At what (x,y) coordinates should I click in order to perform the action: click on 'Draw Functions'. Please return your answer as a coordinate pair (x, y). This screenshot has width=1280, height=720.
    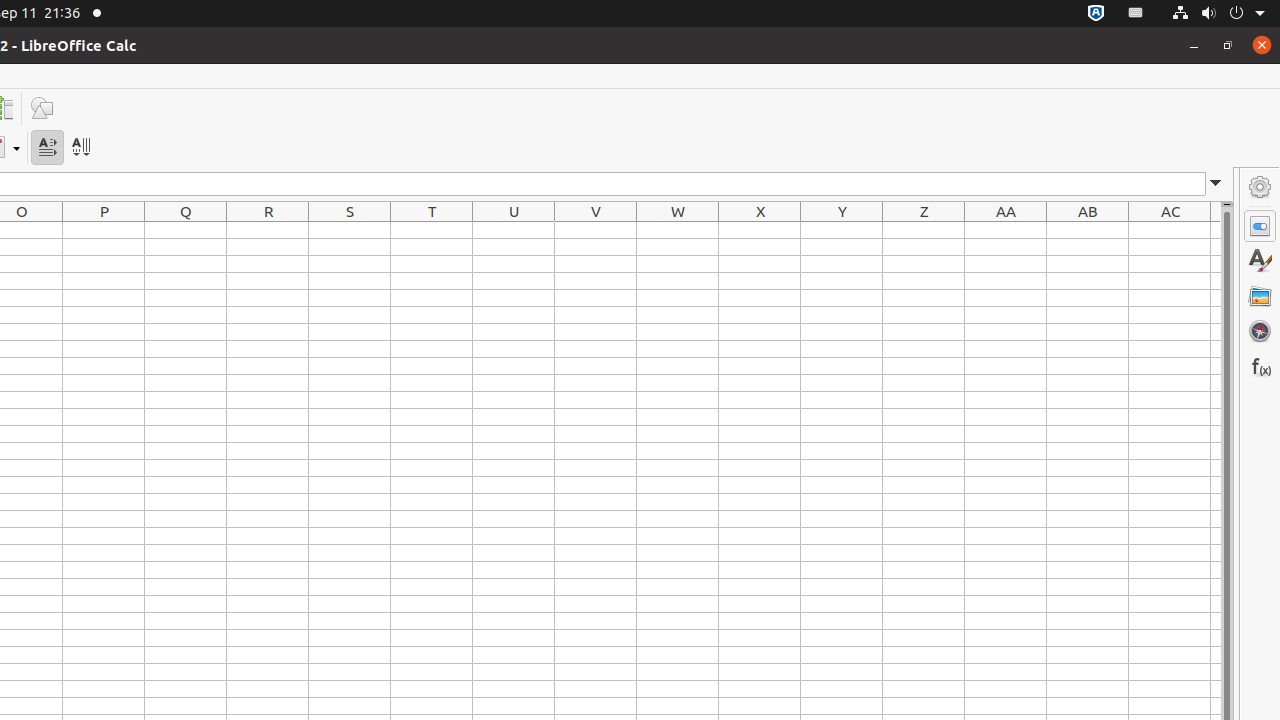
    Looking at the image, I should click on (41, 108).